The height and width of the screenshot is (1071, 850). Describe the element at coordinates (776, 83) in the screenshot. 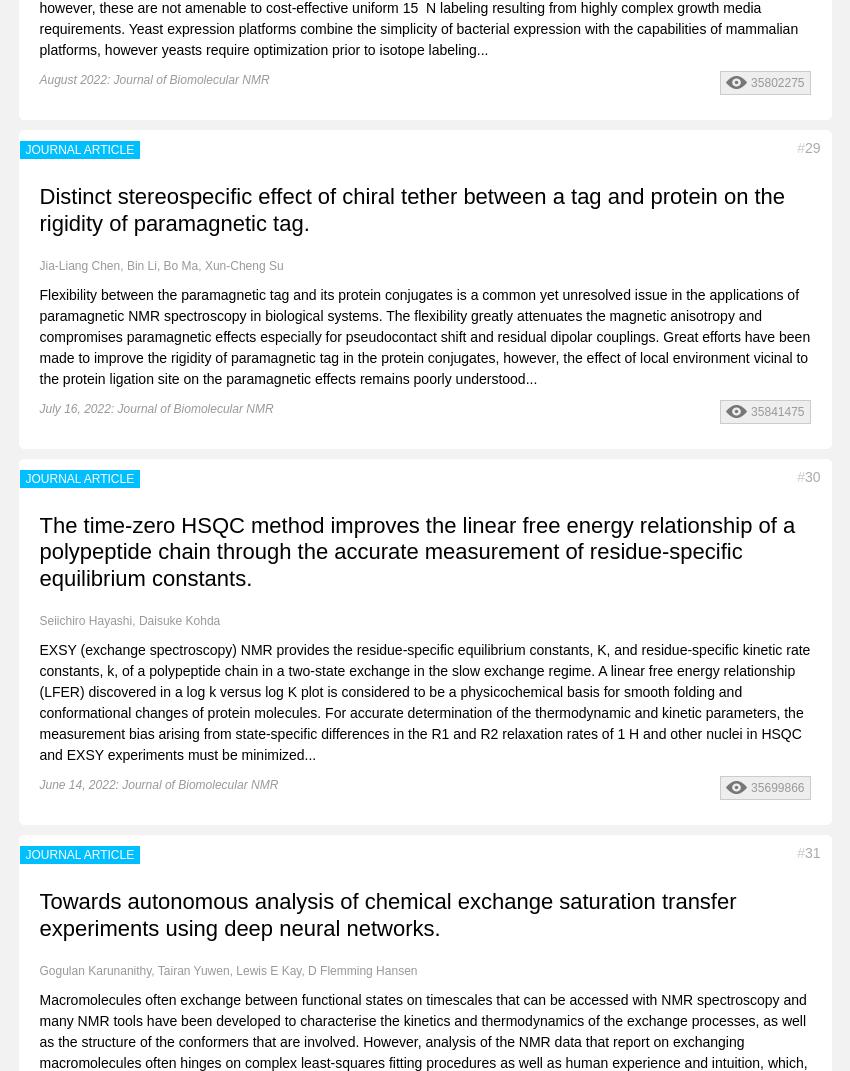

I see `'35802275'` at that location.